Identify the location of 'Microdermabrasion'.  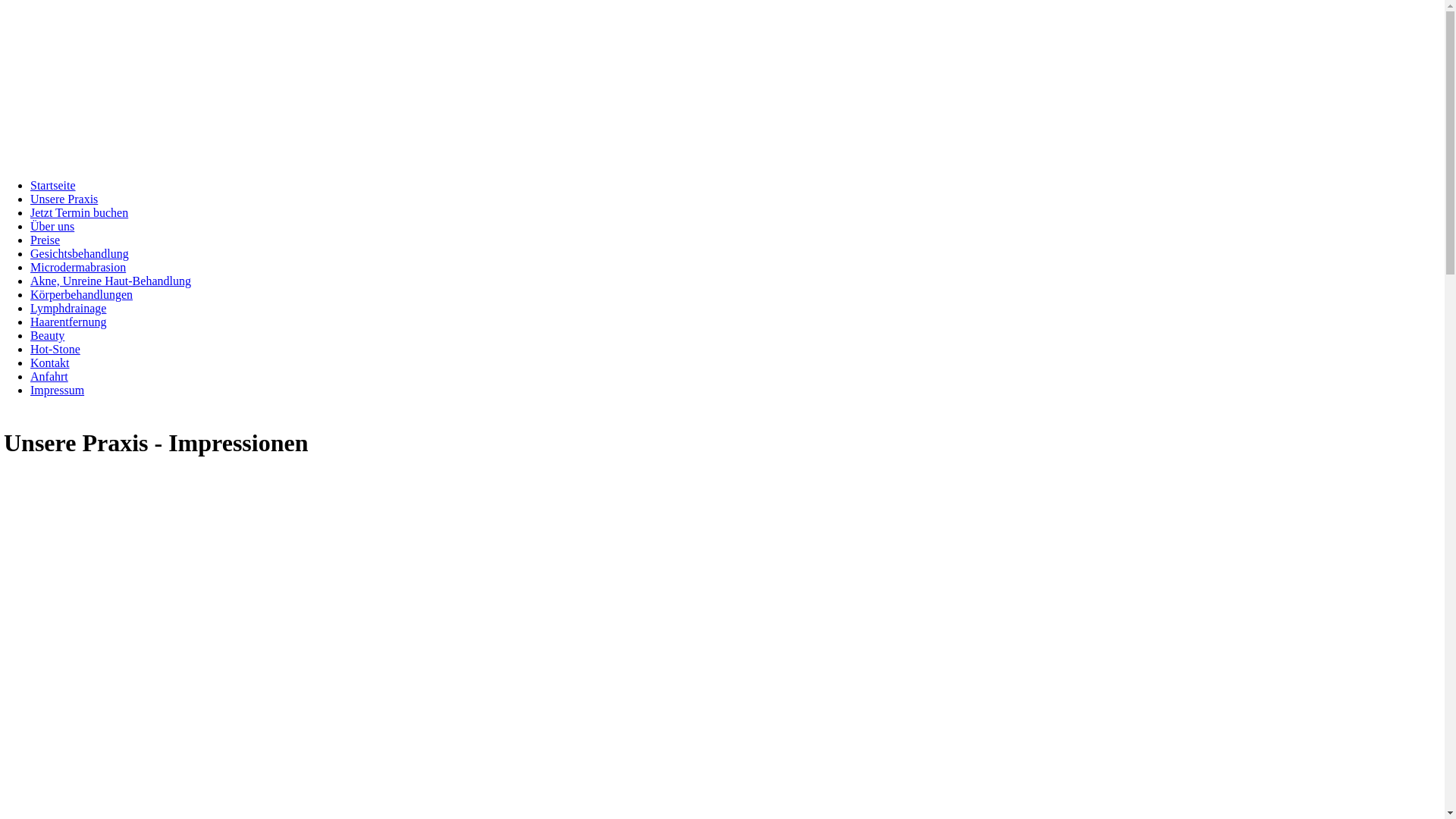
(30, 266).